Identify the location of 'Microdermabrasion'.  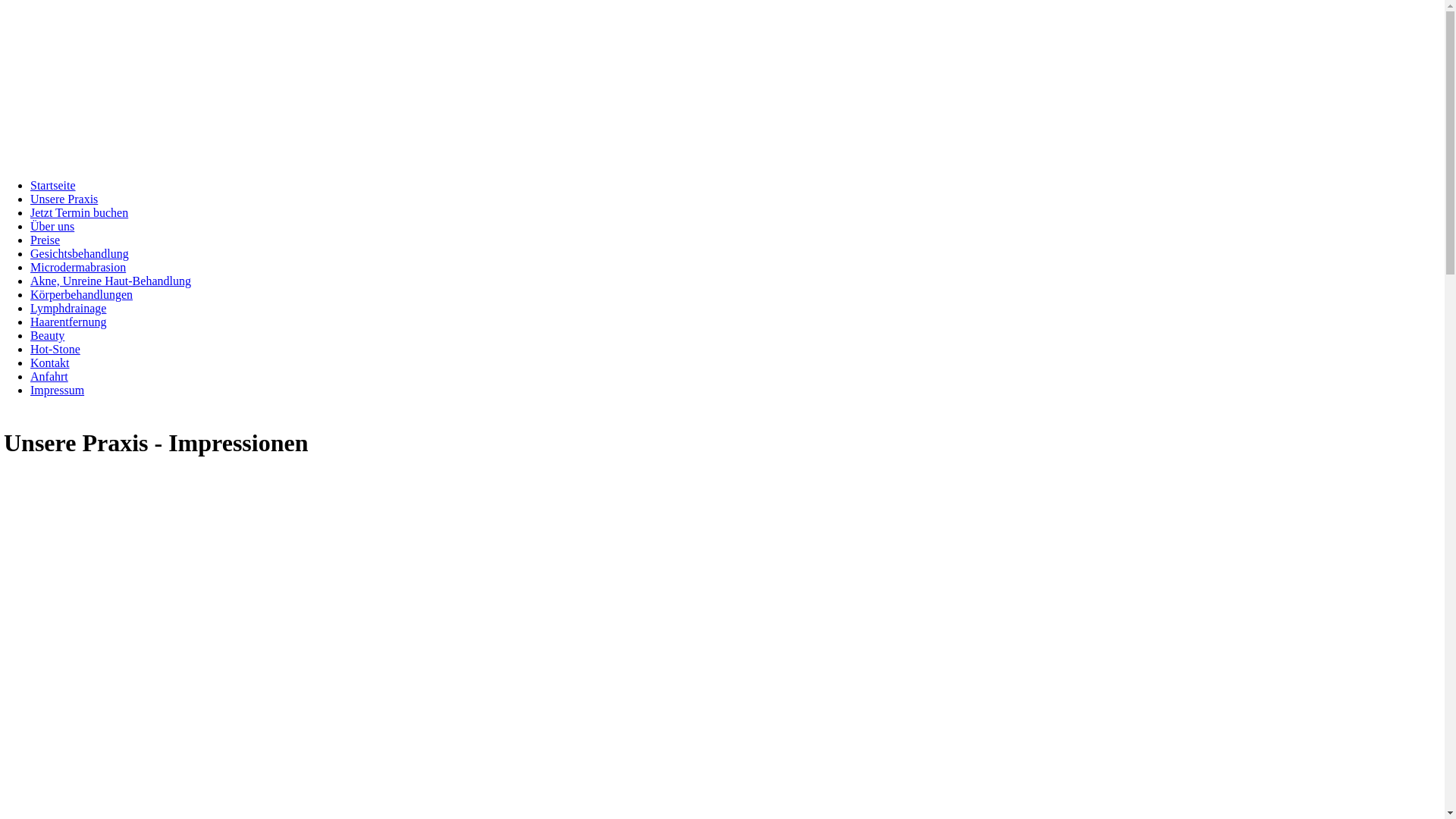
(30, 266).